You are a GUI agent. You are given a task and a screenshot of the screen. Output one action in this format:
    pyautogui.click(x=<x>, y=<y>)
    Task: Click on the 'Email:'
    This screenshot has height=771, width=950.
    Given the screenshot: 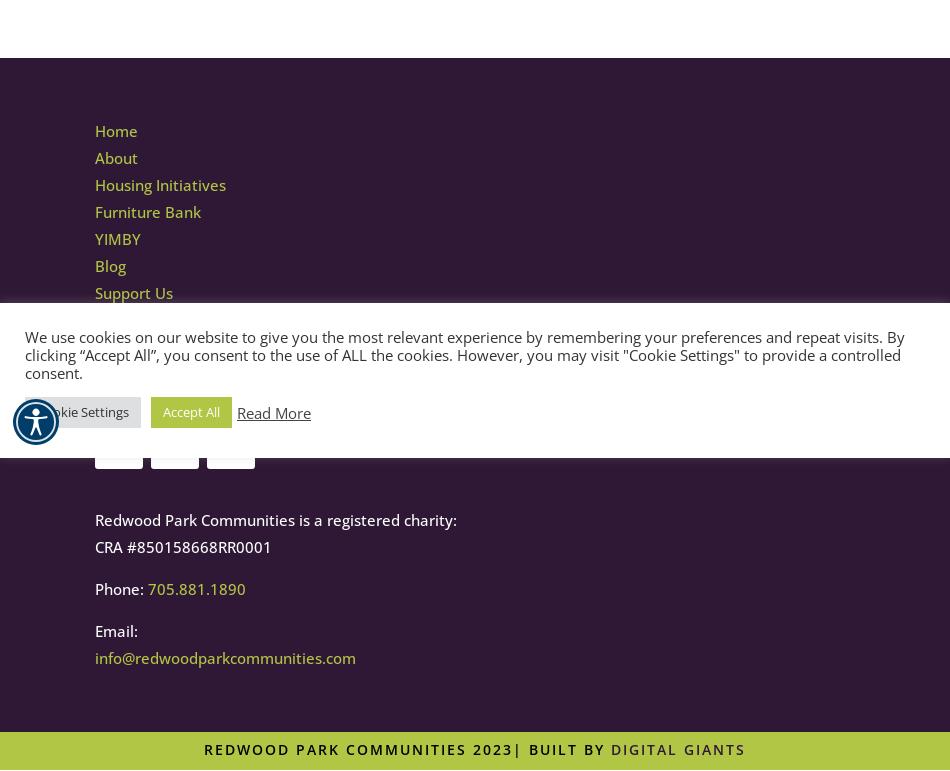 What is the action you would take?
    pyautogui.click(x=116, y=629)
    